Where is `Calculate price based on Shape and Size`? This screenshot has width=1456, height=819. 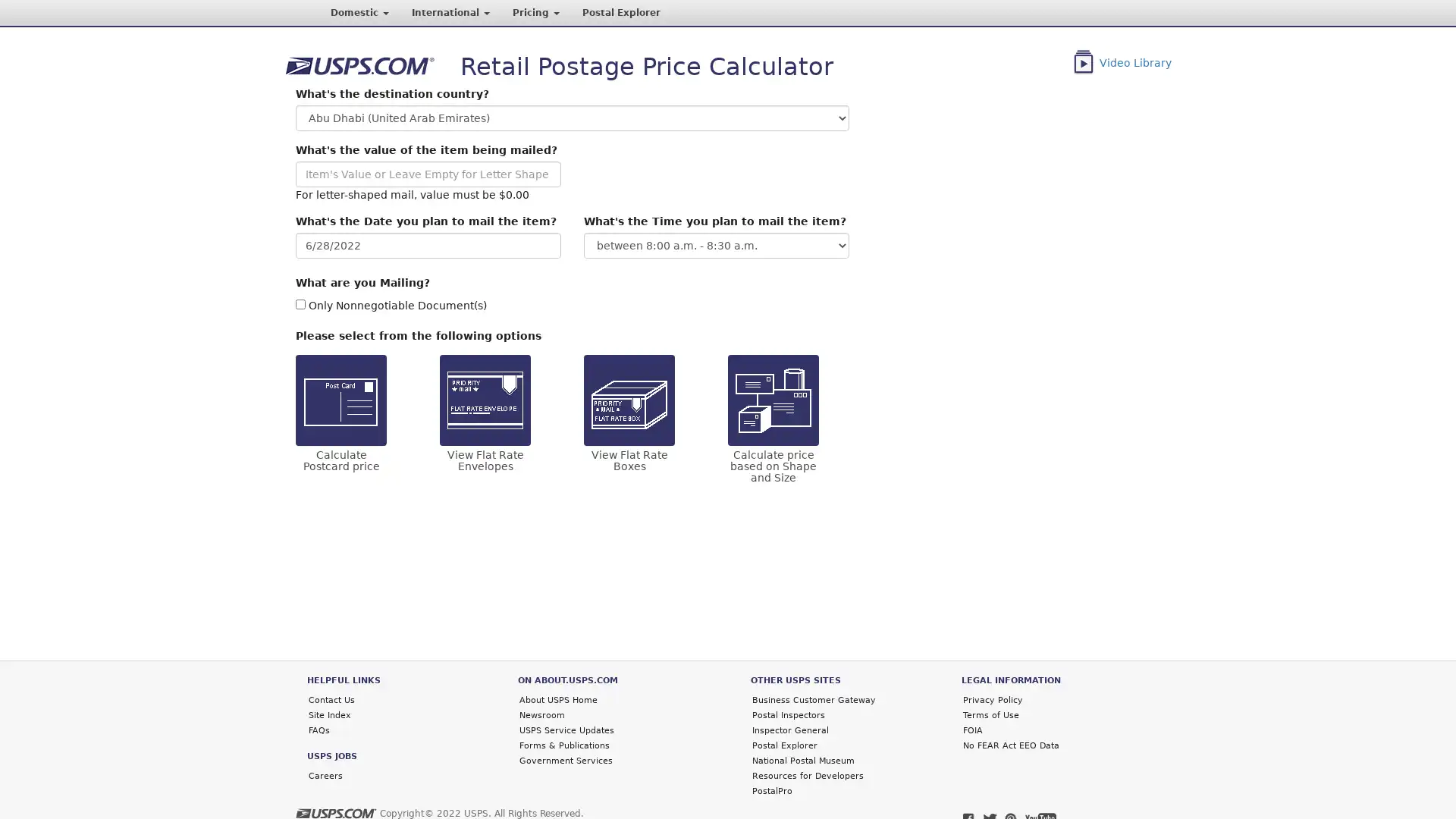
Calculate price based on Shape and Size is located at coordinates (773, 400).